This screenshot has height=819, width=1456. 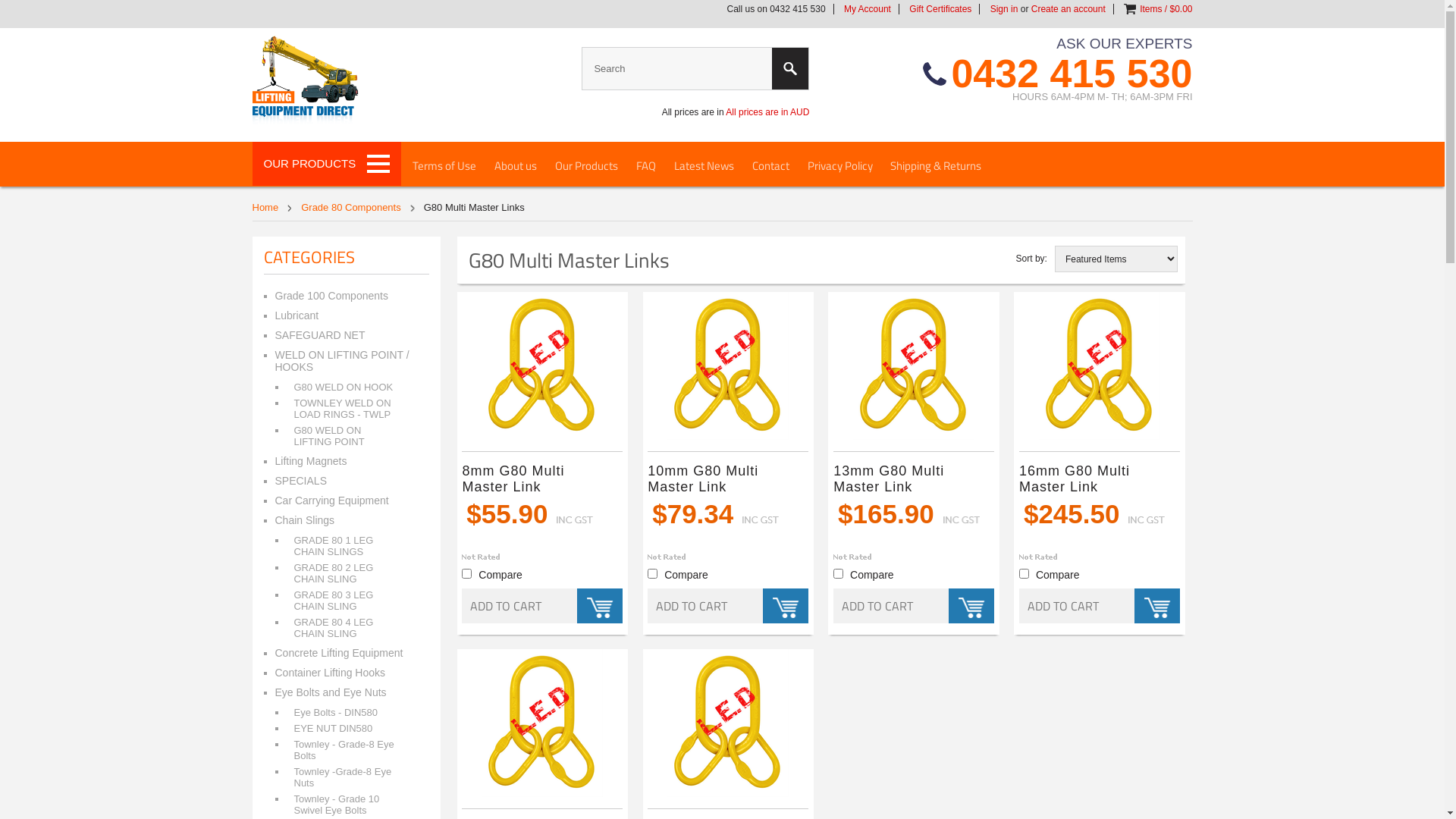 I want to click on 'Lubricant', so click(x=343, y=315).